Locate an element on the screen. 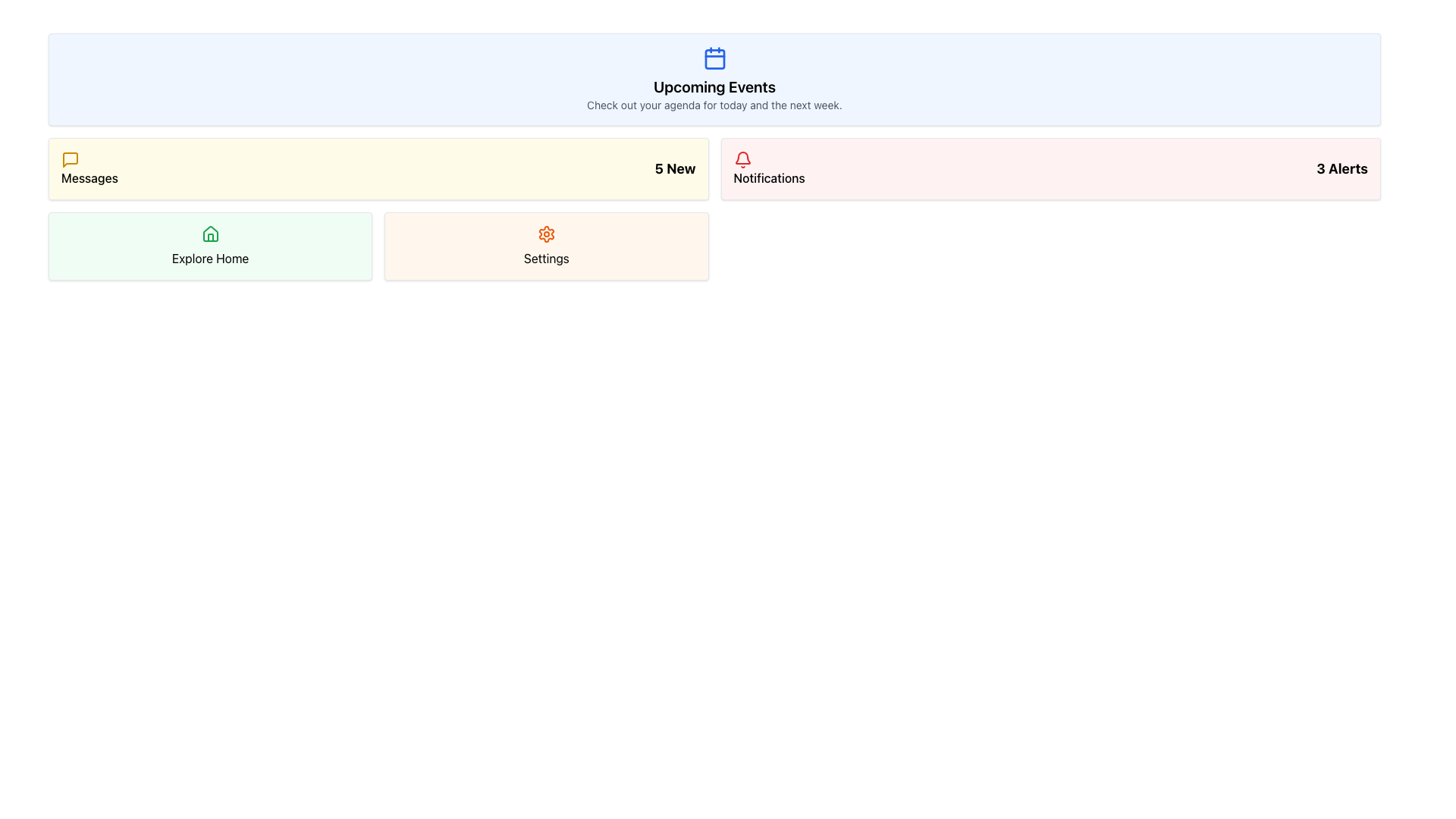 The image size is (1456, 819). the Card component labeled 'Settings' with a gear icon, which has a light orange background and is located in the bottom row of a four-column grid layout is located at coordinates (546, 245).